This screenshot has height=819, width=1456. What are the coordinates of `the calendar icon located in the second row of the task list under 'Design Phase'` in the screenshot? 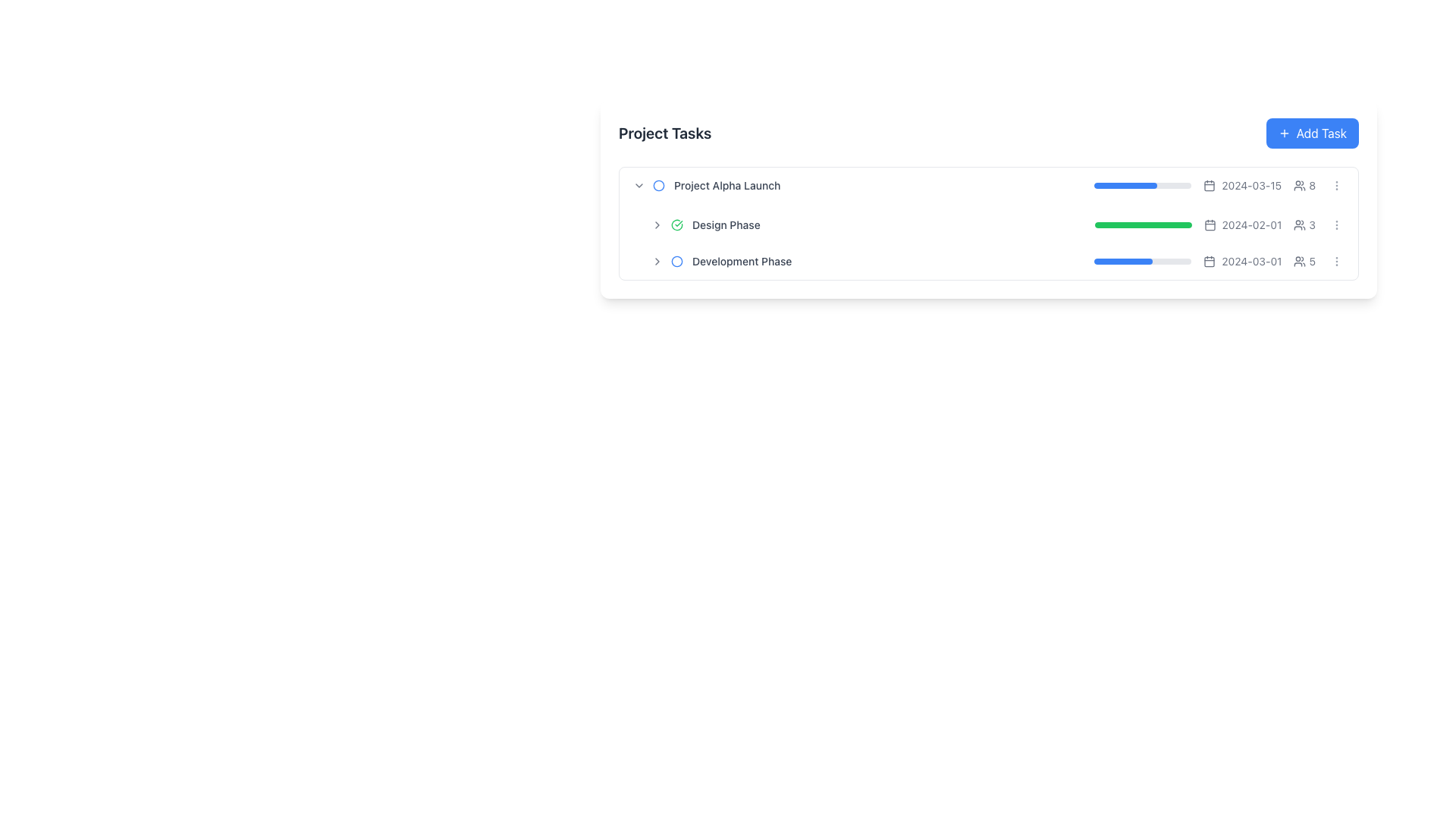 It's located at (1220, 225).